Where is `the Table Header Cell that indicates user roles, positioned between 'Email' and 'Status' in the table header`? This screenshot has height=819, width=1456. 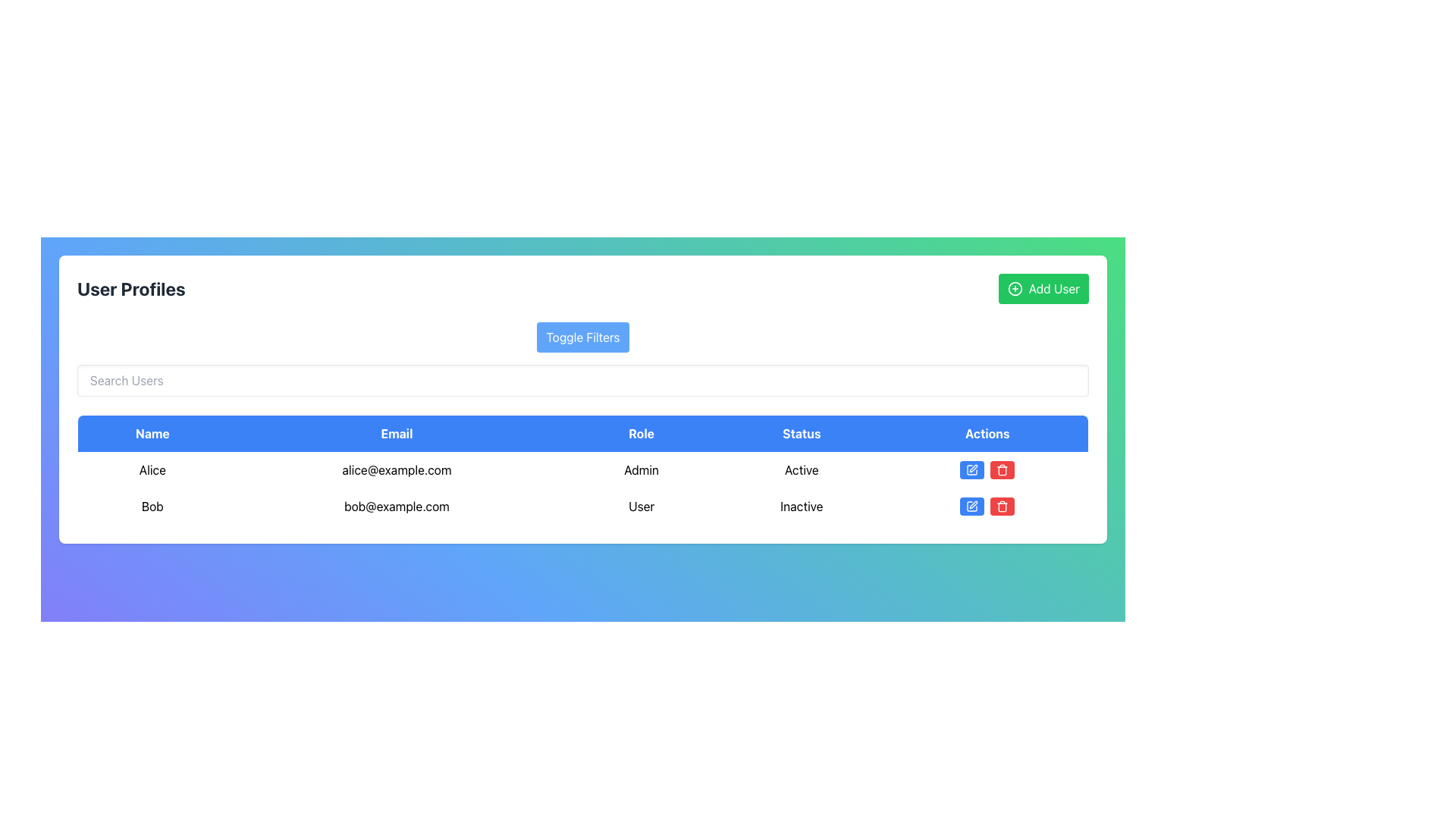 the Table Header Cell that indicates user roles, positioned between 'Email' and 'Status' in the table header is located at coordinates (642, 433).